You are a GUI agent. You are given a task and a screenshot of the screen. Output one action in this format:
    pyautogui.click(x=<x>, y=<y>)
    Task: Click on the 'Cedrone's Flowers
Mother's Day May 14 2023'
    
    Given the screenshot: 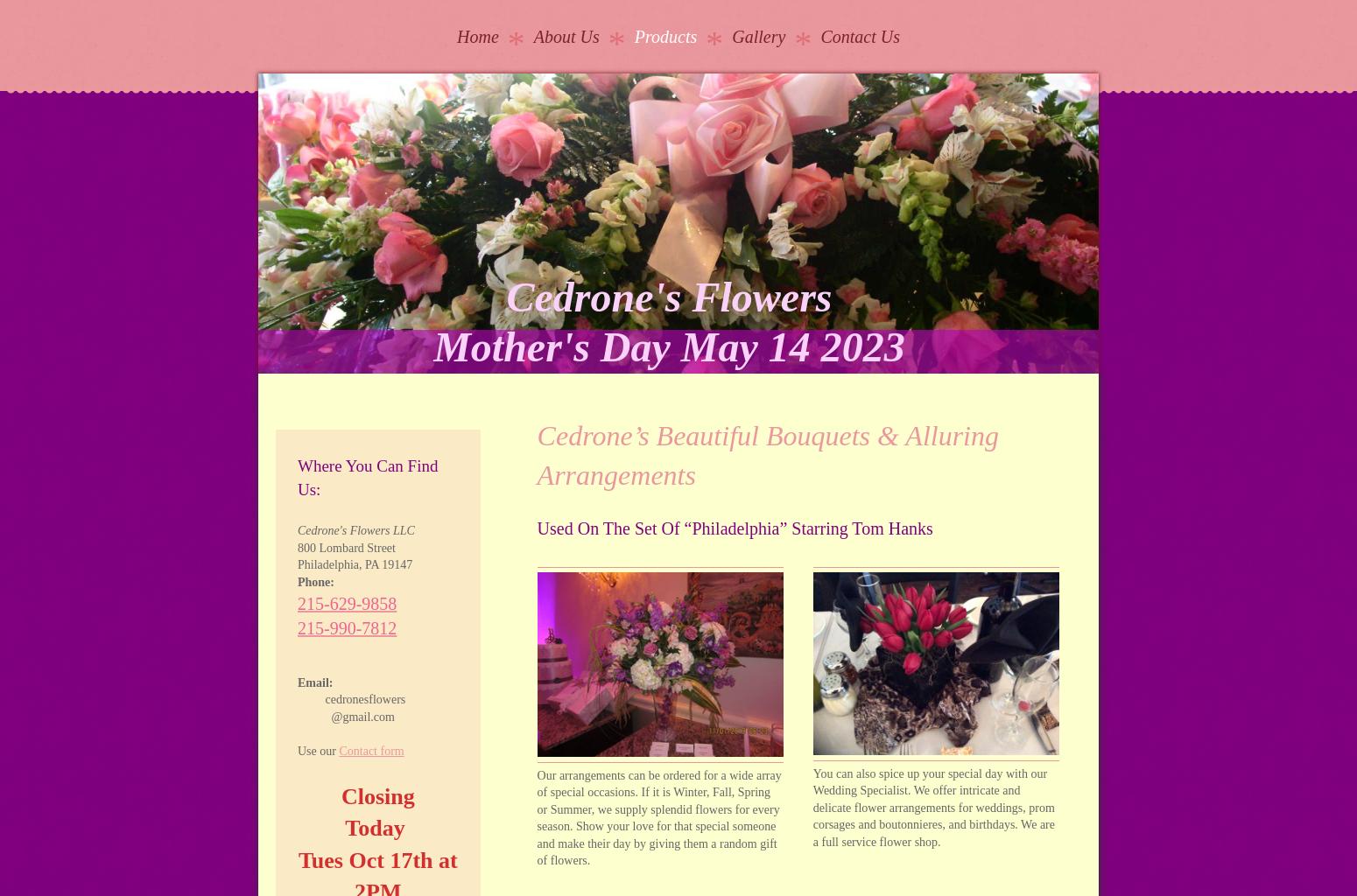 What is the action you would take?
    pyautogui.click(x=668, y=321)
    